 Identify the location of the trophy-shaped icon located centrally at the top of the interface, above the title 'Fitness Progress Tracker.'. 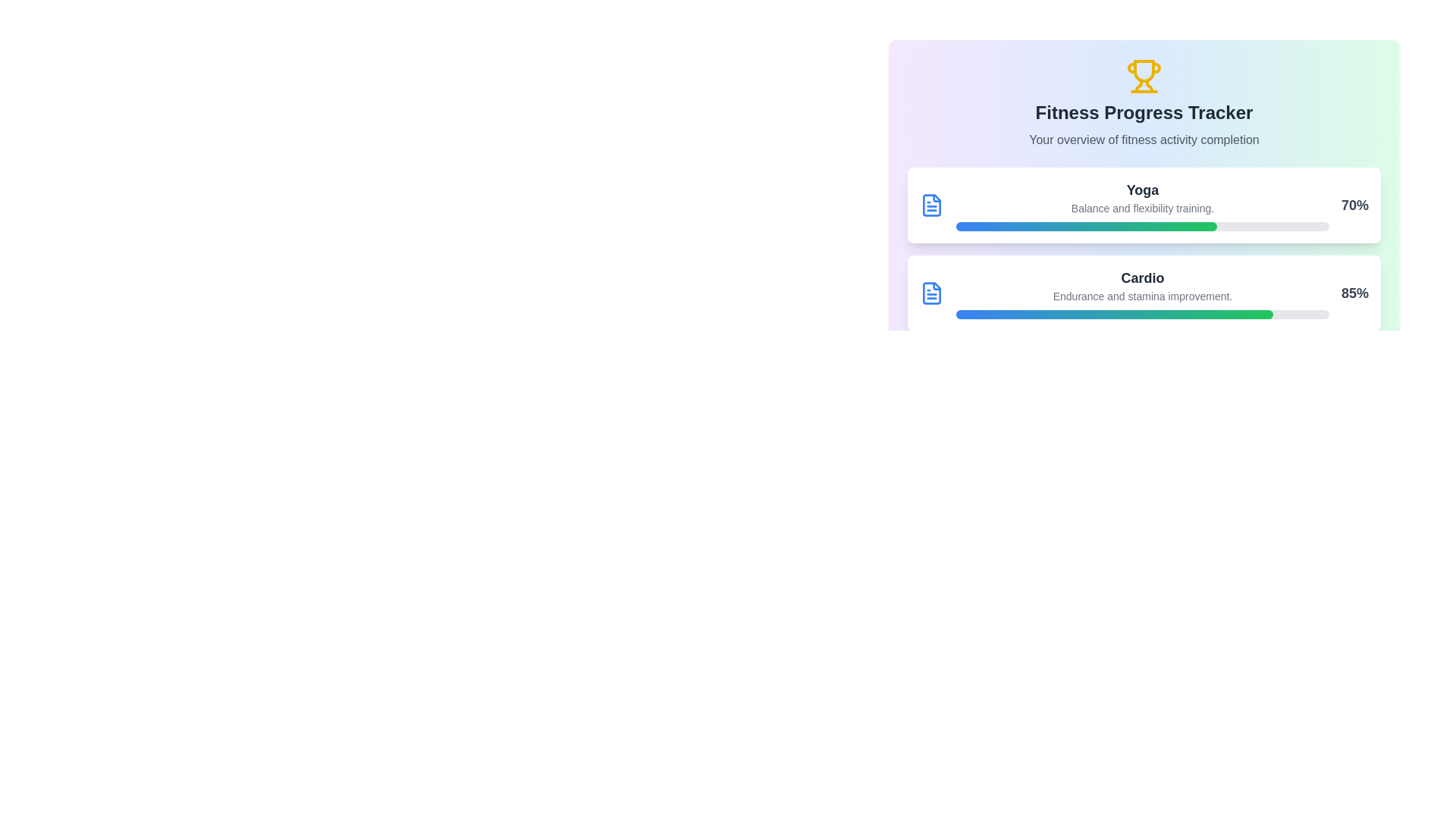
(1144, 71).